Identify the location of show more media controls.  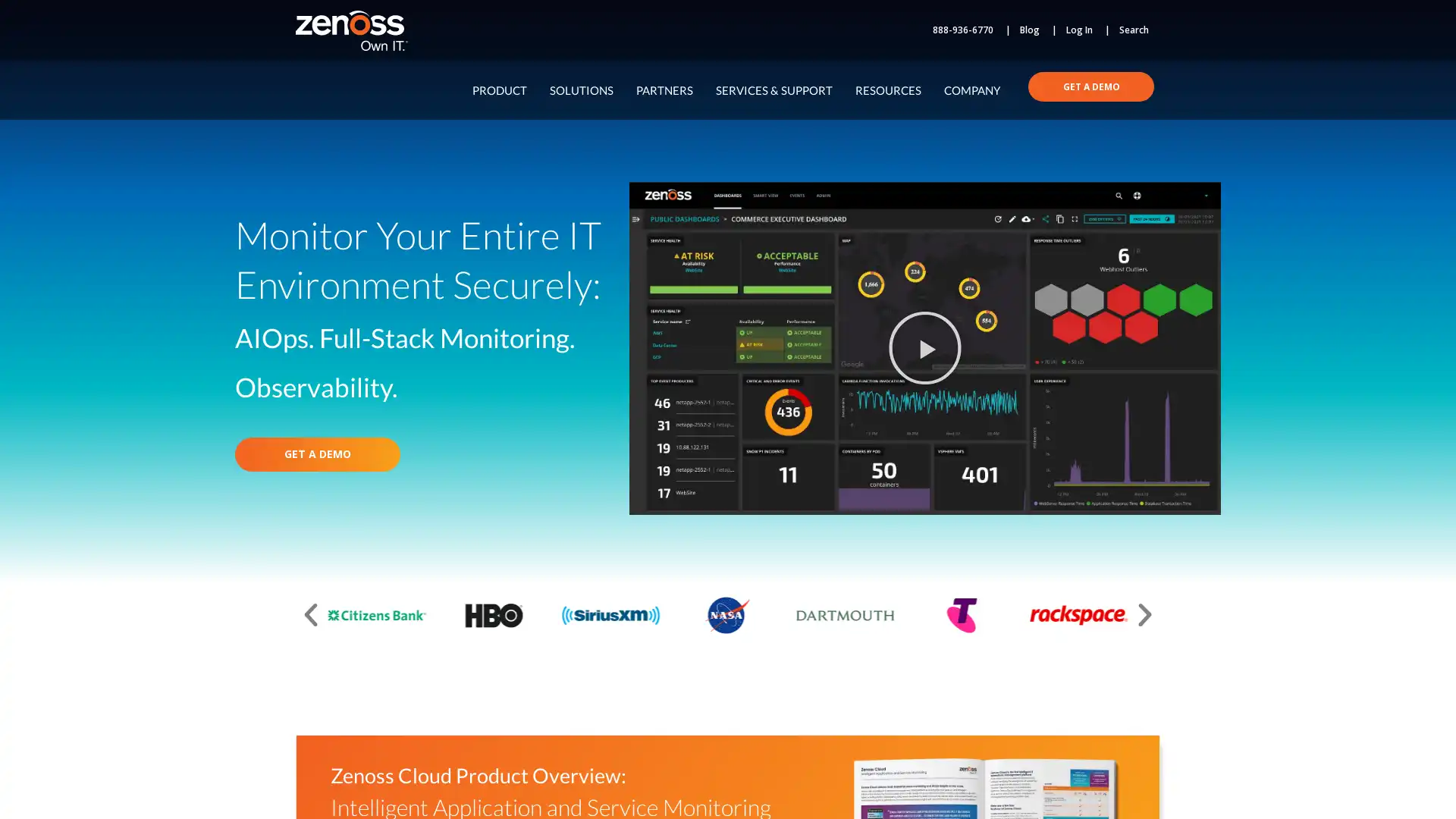
(1201, 441).